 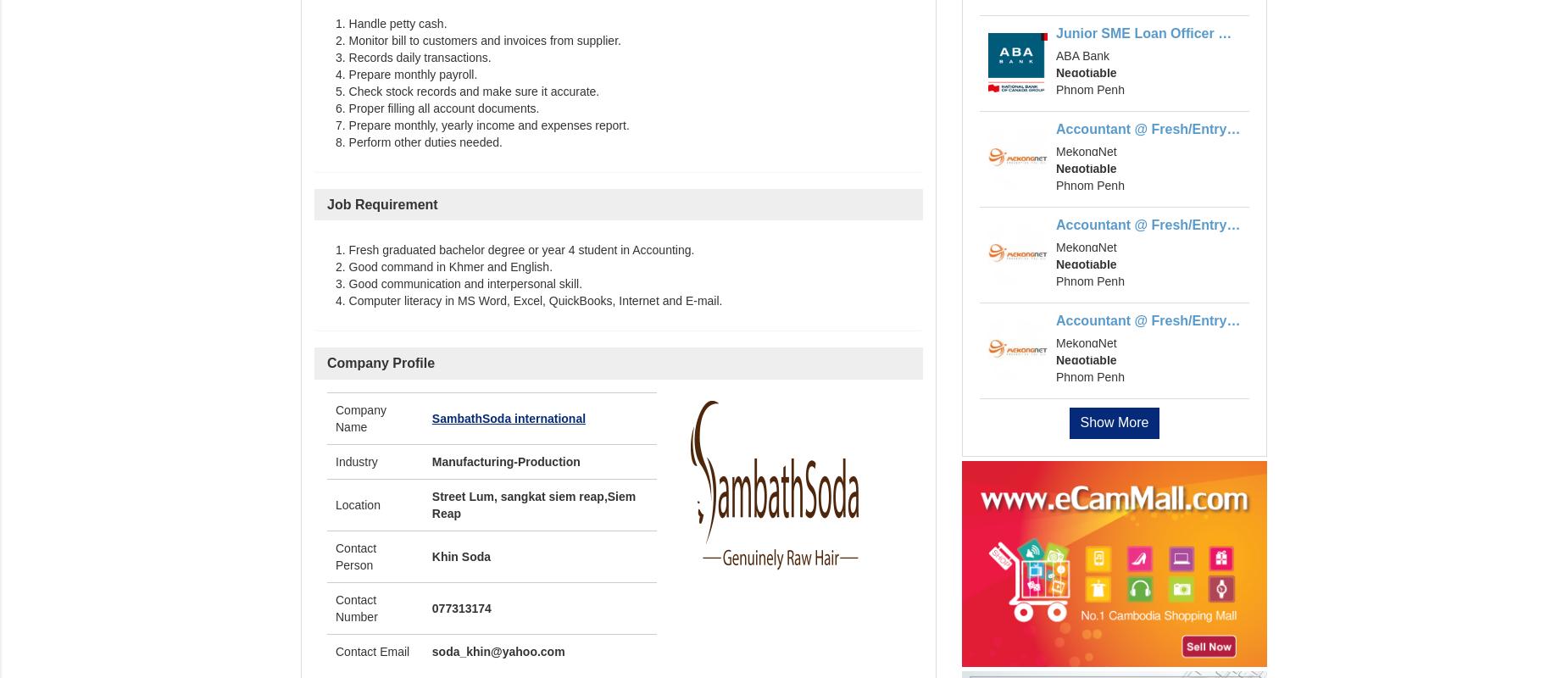 I want to click on '6. Proper filling all account documents.', so click(x=436, y=107).